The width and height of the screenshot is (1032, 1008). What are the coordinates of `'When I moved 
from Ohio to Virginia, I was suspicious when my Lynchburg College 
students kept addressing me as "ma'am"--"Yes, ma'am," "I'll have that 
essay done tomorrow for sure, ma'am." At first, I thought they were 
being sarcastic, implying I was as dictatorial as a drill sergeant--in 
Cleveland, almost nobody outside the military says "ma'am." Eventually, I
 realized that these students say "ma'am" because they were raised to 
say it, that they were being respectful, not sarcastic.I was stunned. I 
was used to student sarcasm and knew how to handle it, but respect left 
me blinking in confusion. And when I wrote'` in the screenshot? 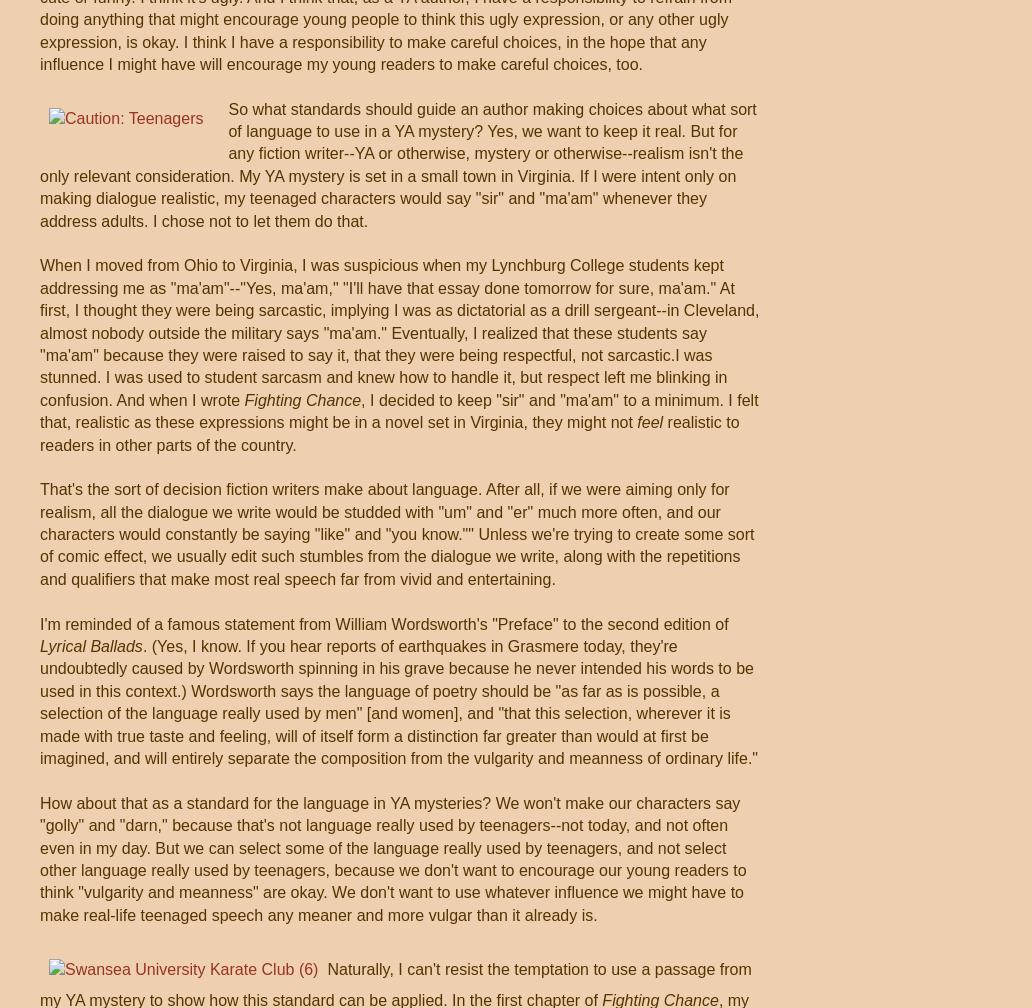 It's located at (398, 332).